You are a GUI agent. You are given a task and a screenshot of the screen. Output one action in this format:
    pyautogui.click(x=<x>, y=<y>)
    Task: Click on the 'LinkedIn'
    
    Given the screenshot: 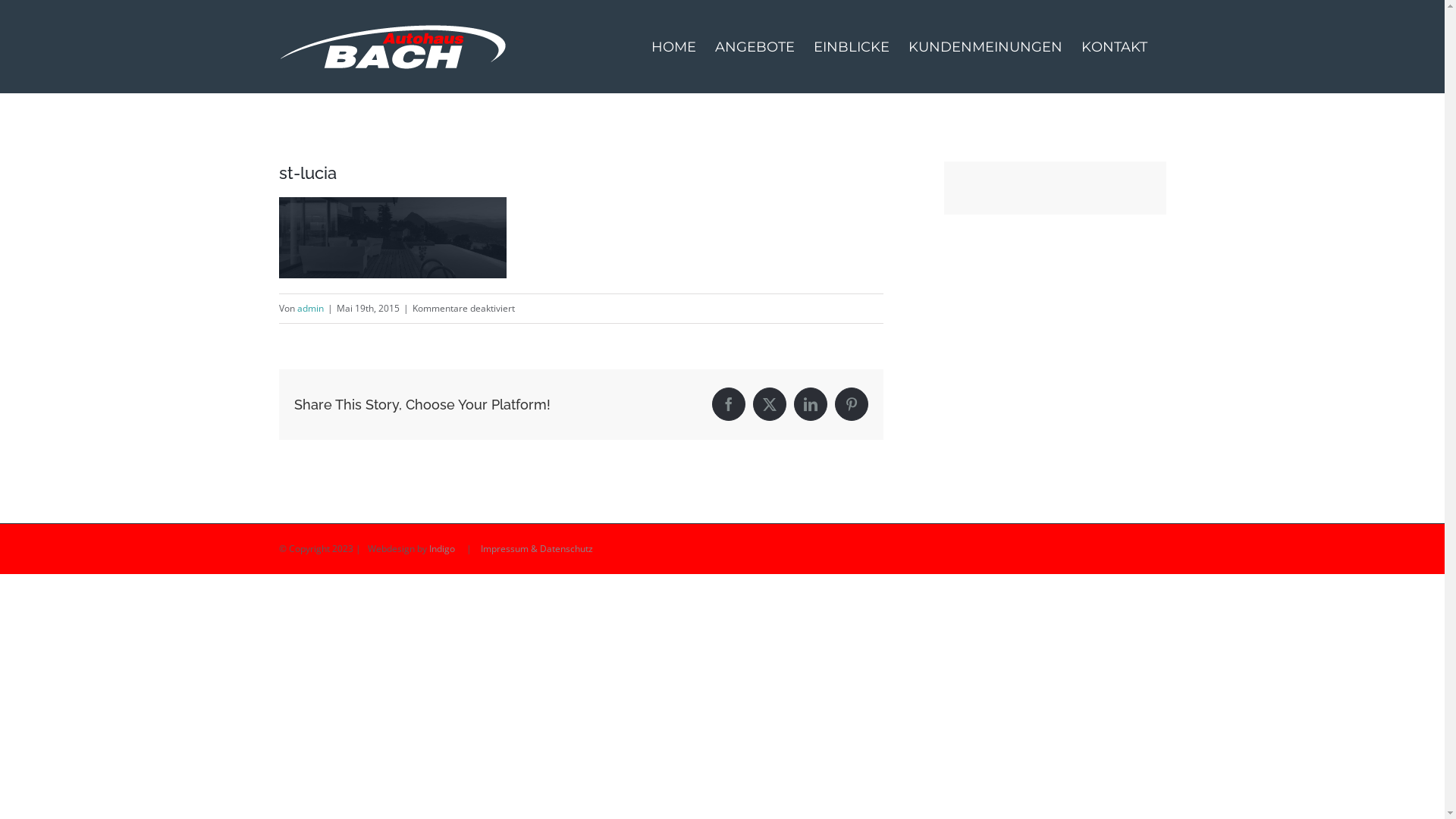 What is the action you would take?
    pyautogui.click(x=810, y=403)
    